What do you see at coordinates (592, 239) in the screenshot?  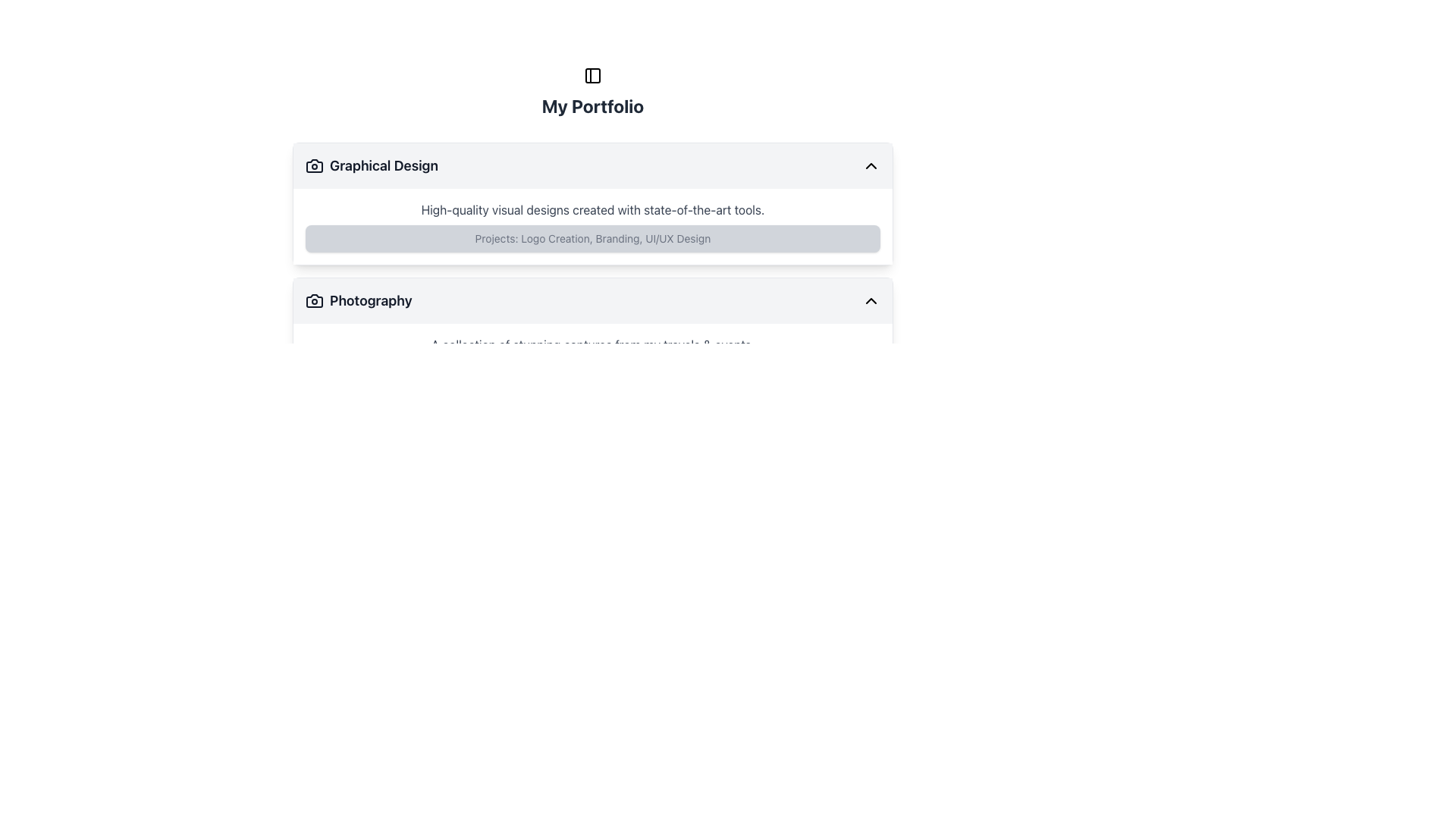 I see `the Text Label that describes the projects associated with the 'Graphical Design' section, which is located under the heading in the 'My Portfolio' section` at bounding box center [592, 239].